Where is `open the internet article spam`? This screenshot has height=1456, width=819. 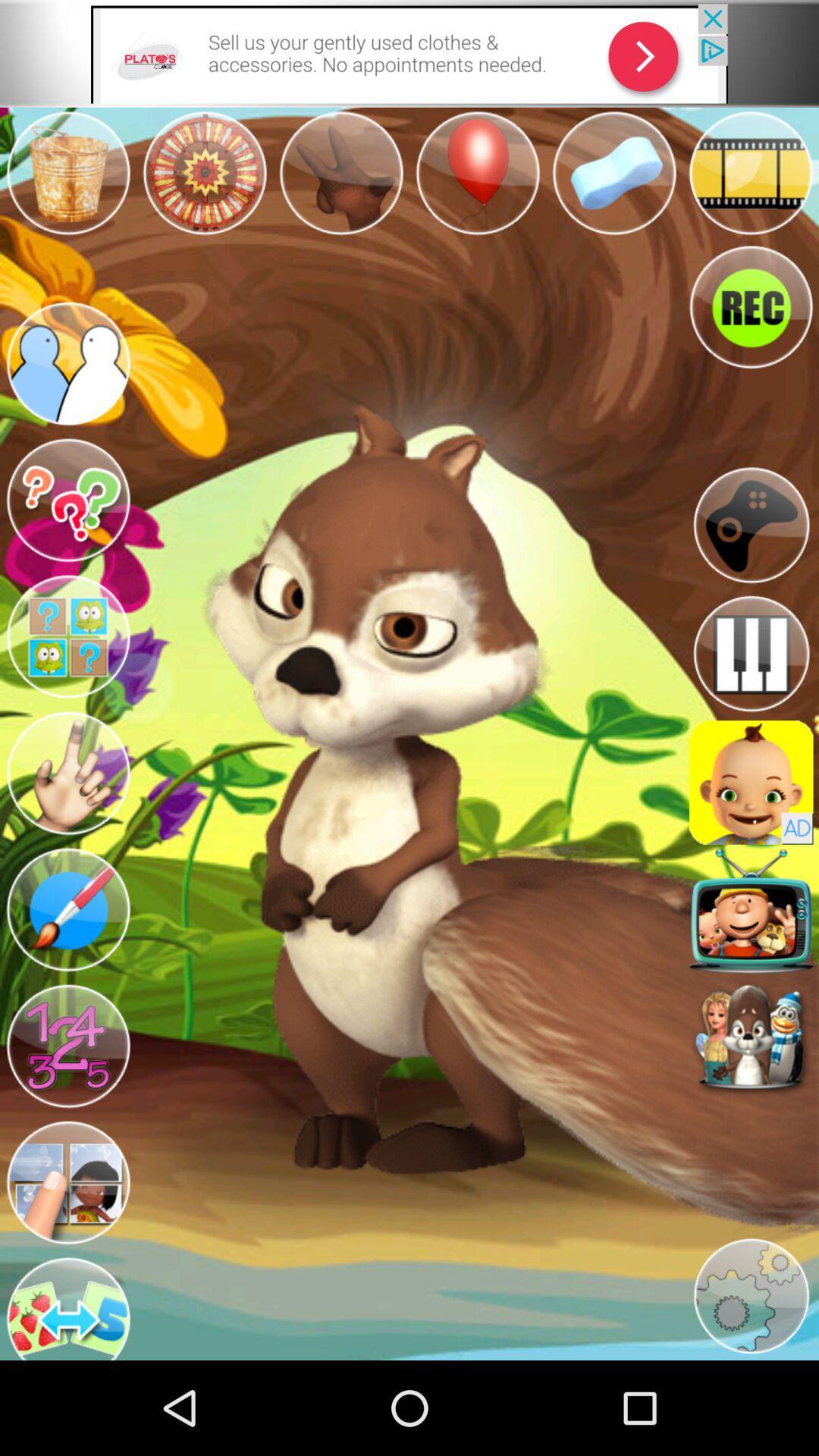
open the internet article spam is located at coordinates (409, 53).